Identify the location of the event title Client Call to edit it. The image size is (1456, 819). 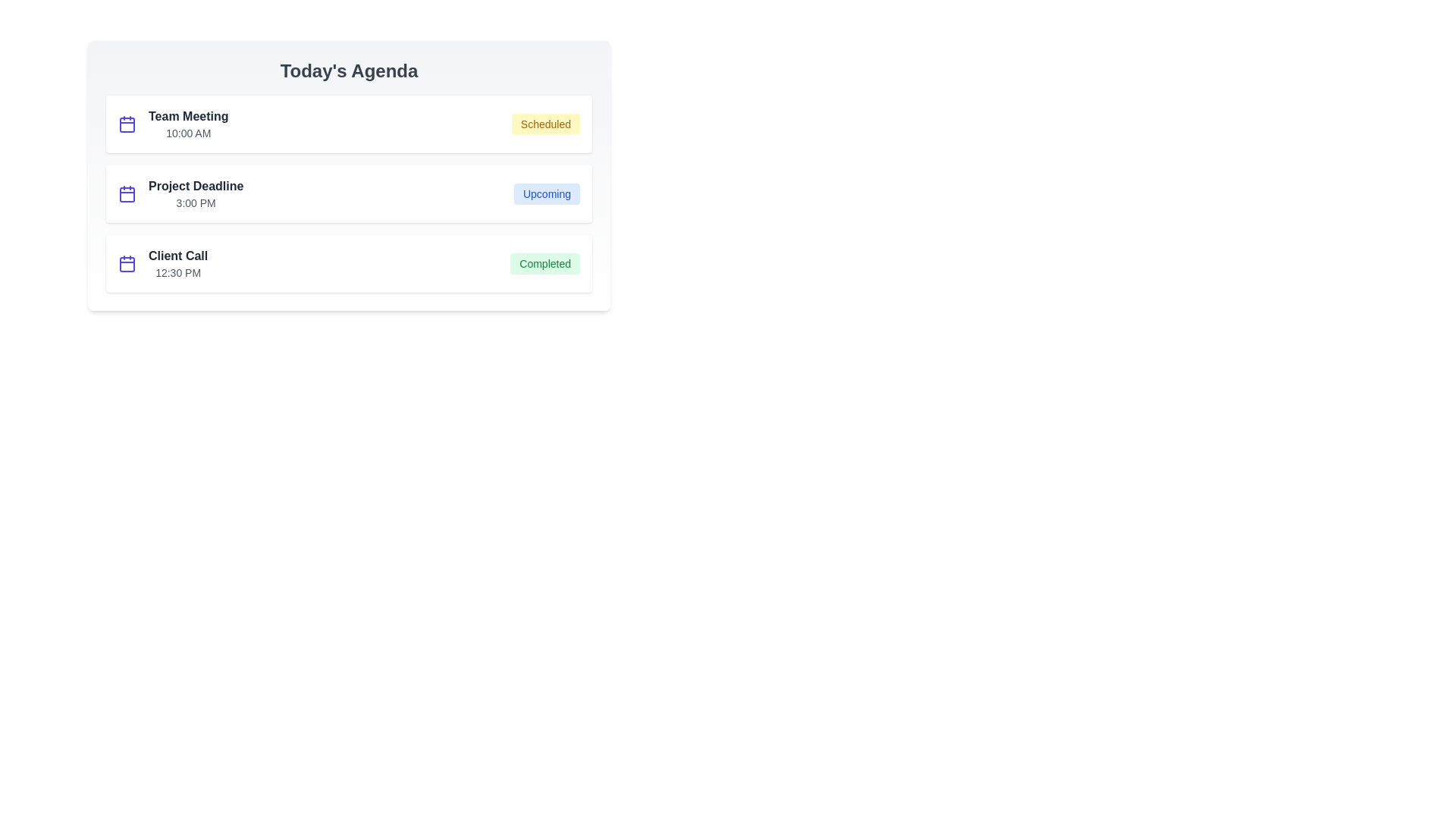
(178, 256).